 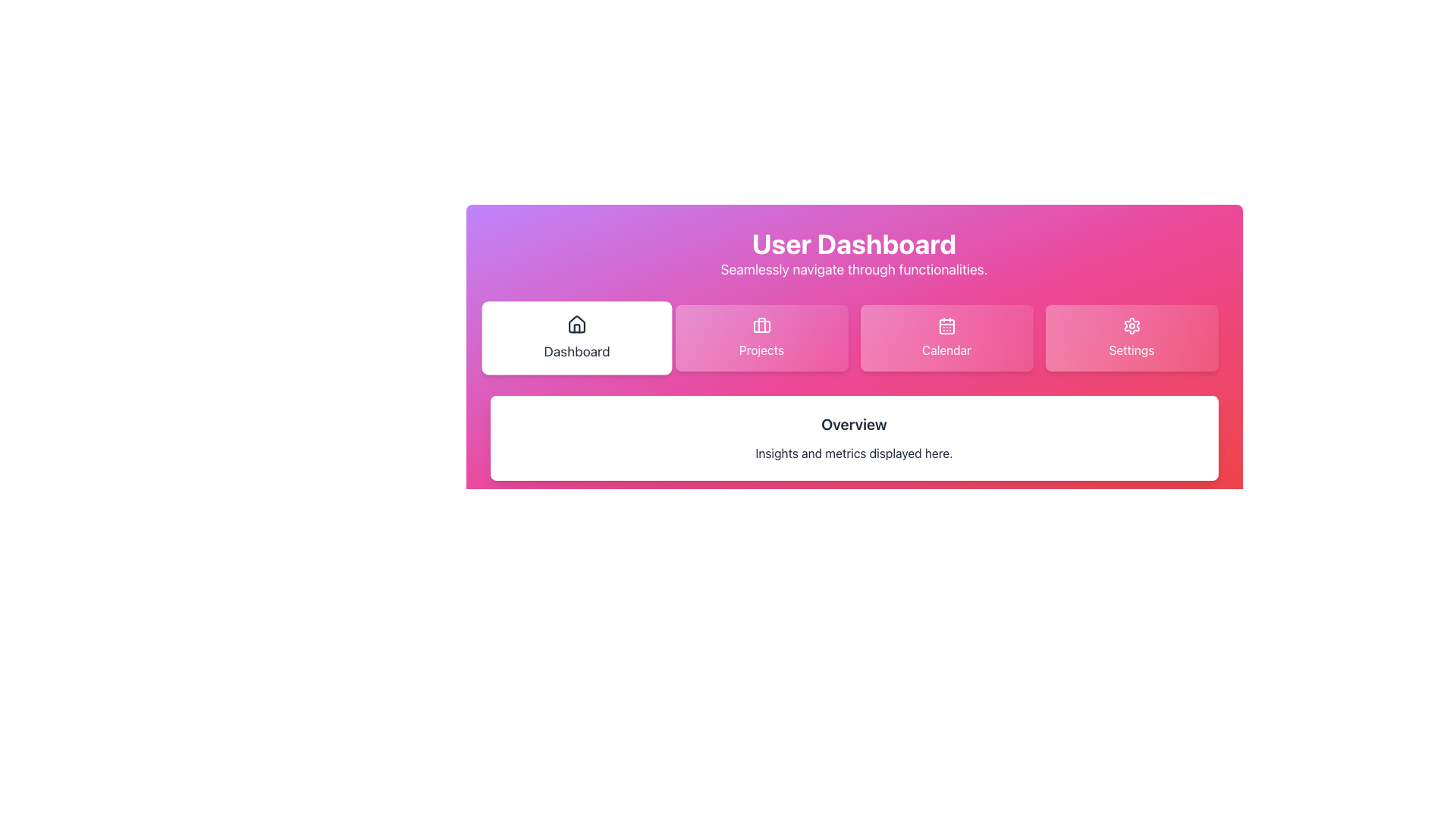 I want to click on the 'Projects' button located on the User Dashboard, which is the second button in a row of four, to observe any hover-based effects, so click(x=761, y=337).